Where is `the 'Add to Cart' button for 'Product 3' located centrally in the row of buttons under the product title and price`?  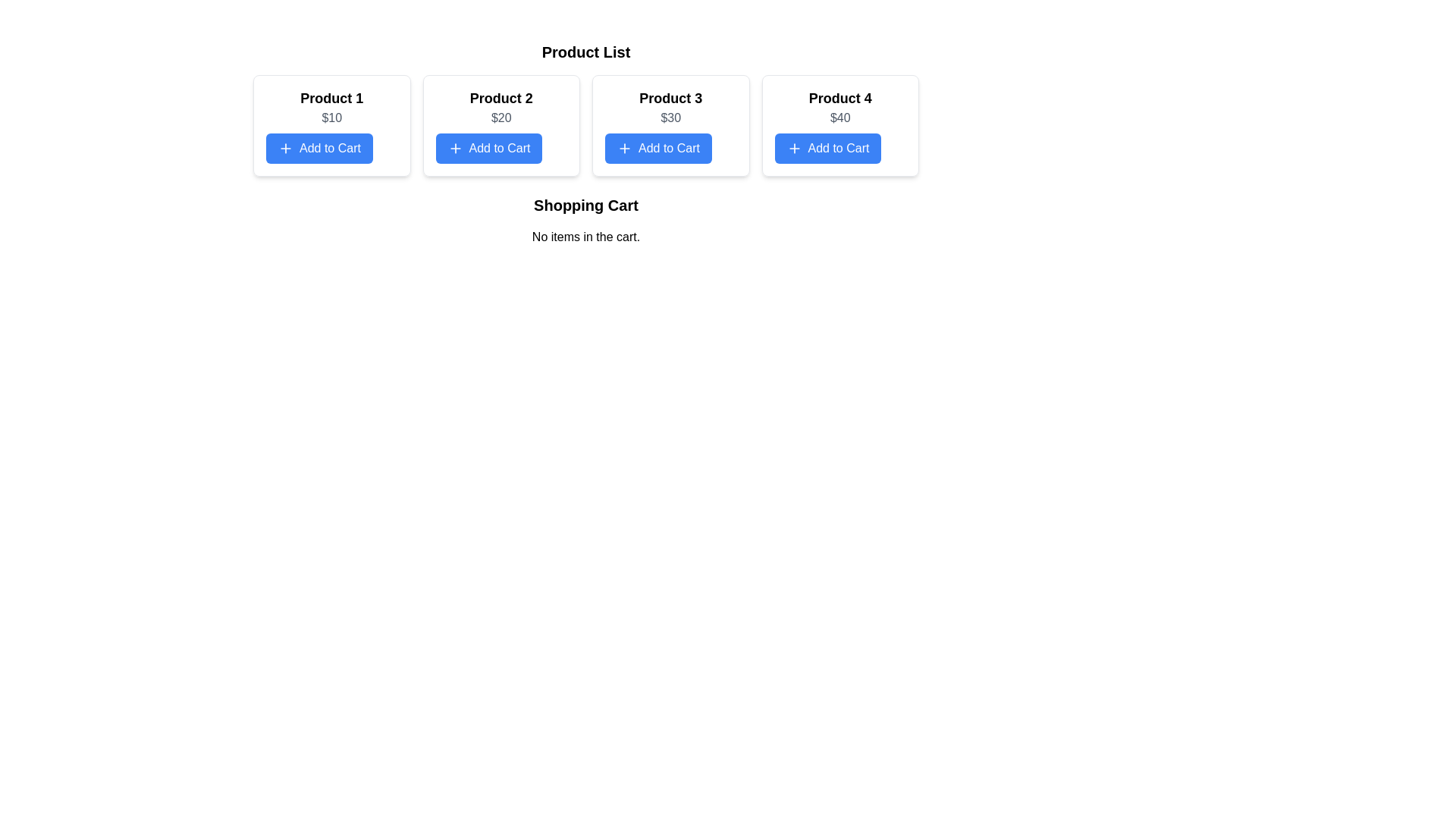 the 'Add to Cart' button for 'Product 3' located centrally in the row of buttons under the product title and price is located at coordinates (658, 149).